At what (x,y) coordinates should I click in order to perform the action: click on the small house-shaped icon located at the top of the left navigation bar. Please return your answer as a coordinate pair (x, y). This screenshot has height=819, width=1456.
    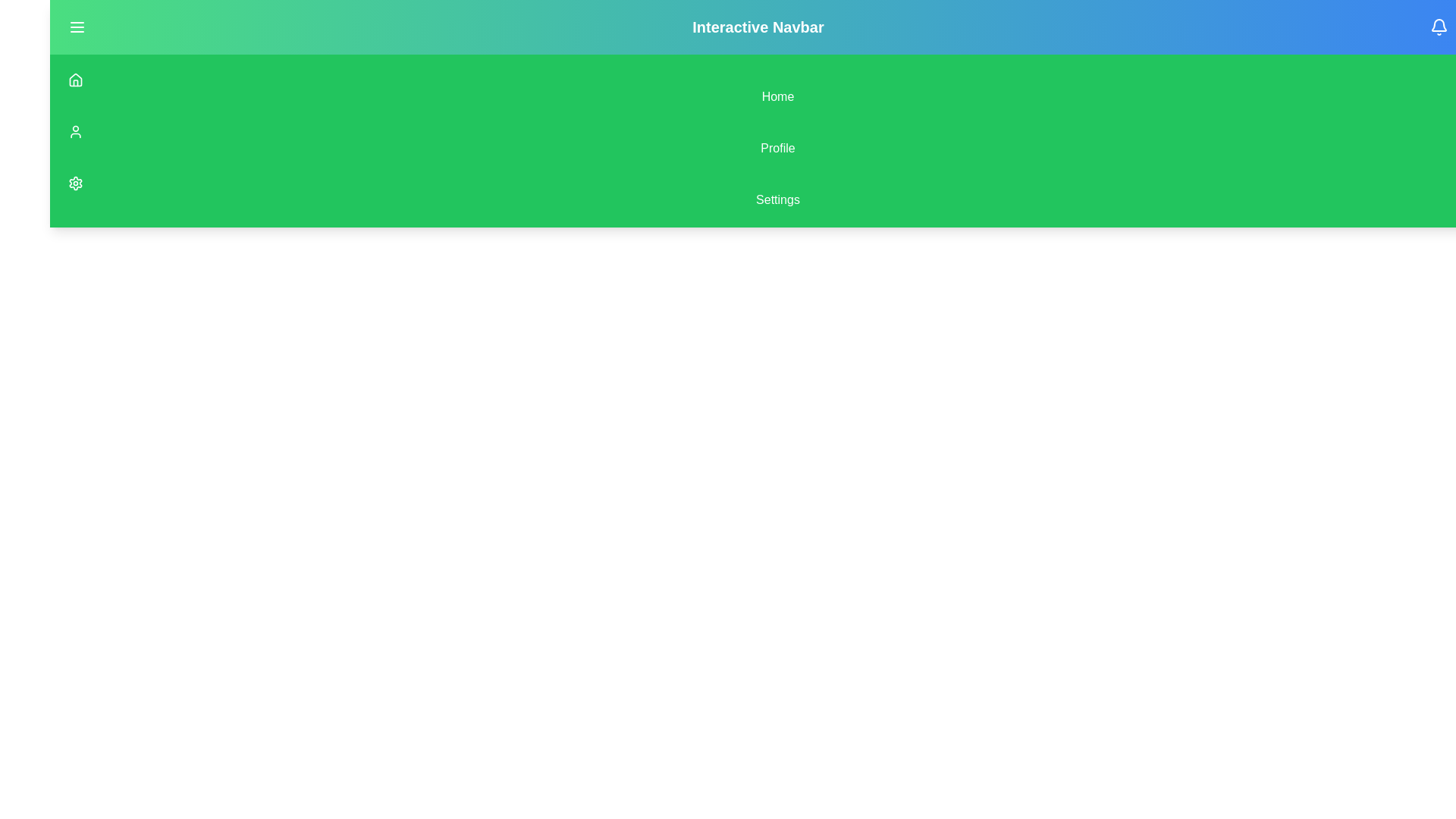
    Looking at the image, I should click on (75, 80).